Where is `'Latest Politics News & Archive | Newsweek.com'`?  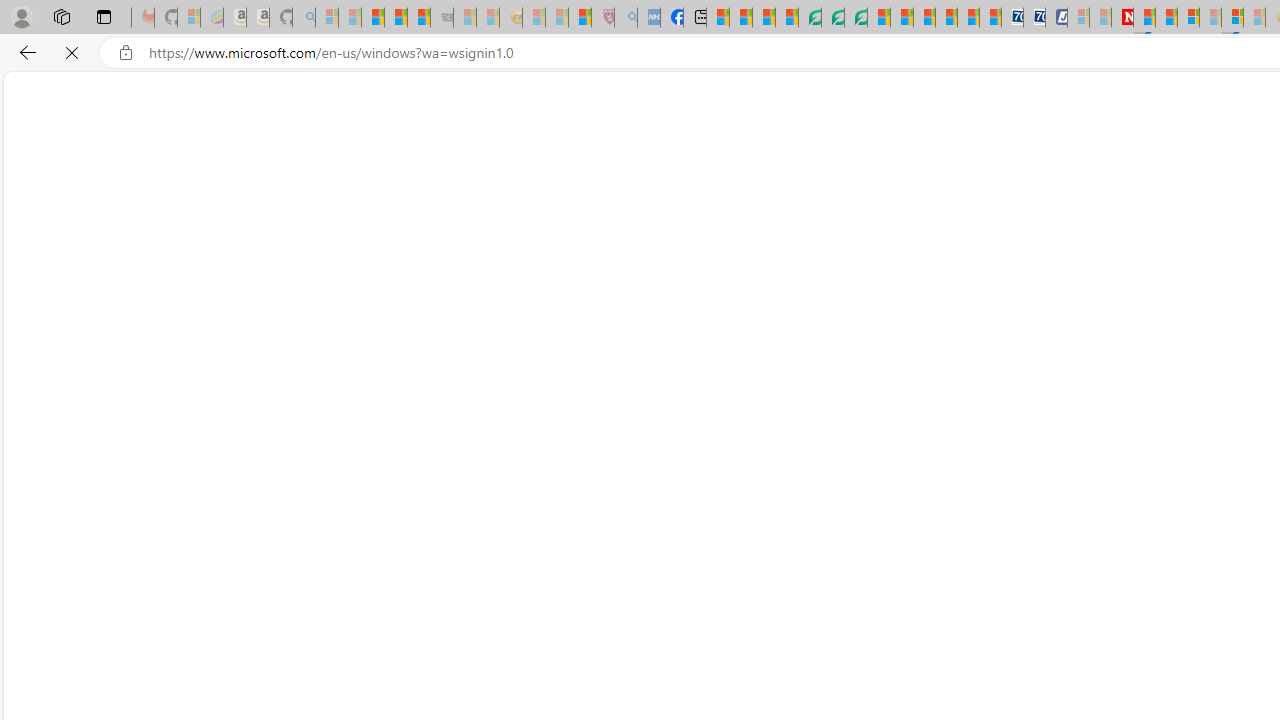 'Latest Politics News & Archive | Newsweek.com' is located at coordinates (1122, 17).